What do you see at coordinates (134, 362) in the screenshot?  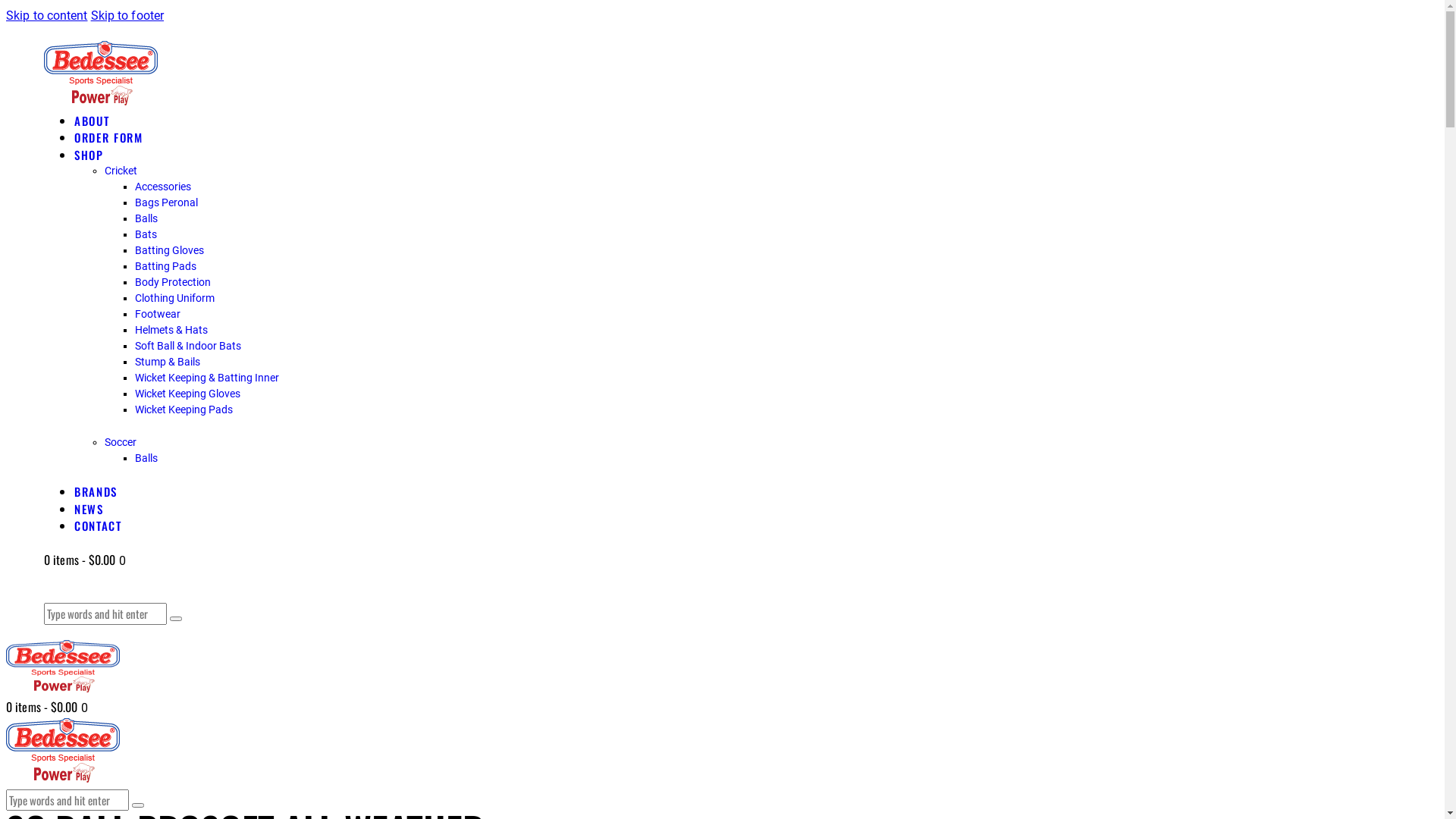 I see `'Stump & Bails'` at bounding box center [134, 362].